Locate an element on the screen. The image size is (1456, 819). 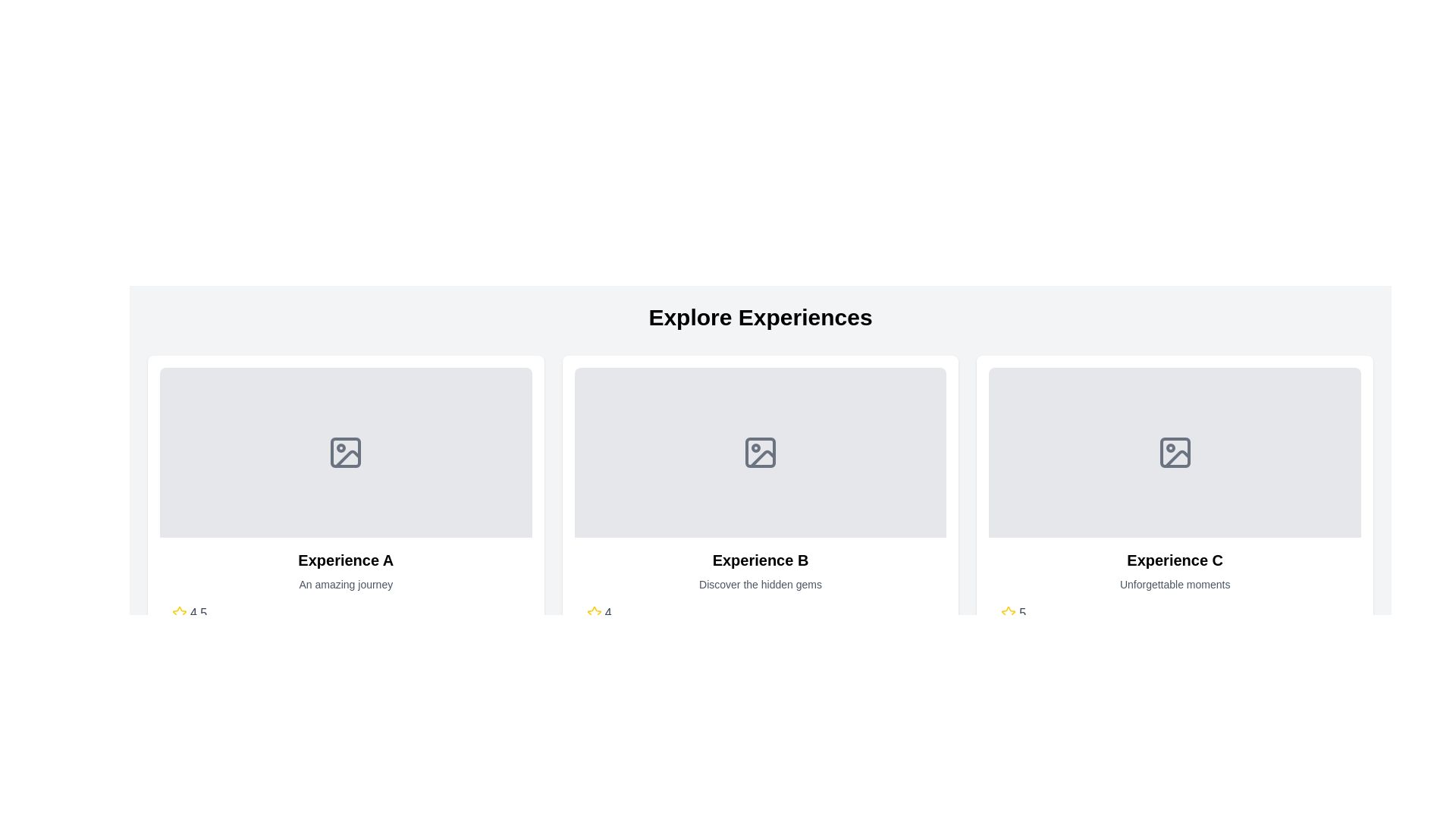
the SVG image icon representing a framed mountain and a sun, located in the first column of a grid layout under the 'Explore Experiences' heading, centered above the title 'Experience A.' is located at coordinates (345, 452).